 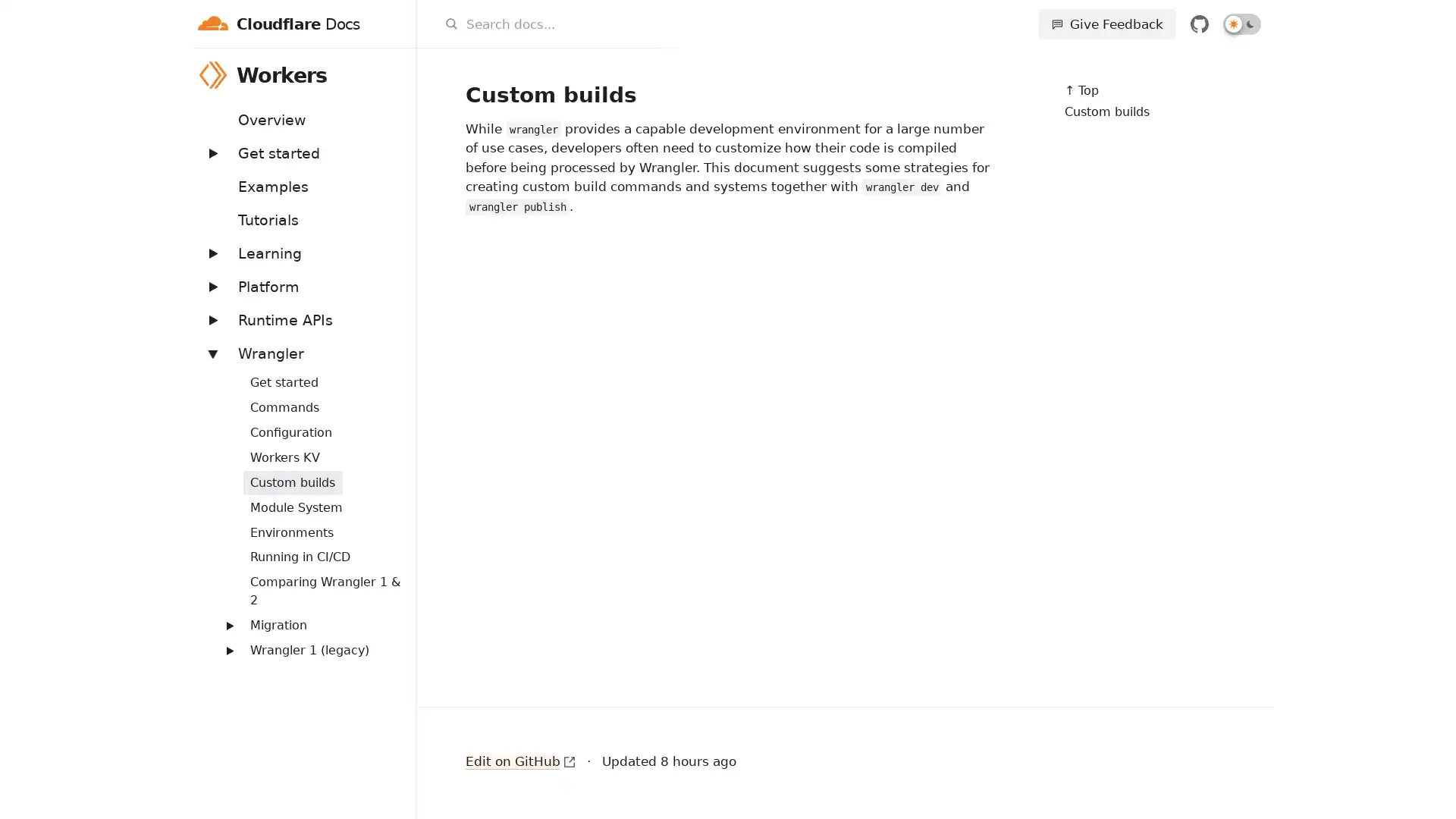 What do you see at coordinates (221, 698) in the screenshot?
I see `Expand: Streams` at bounding box center [221, 698].